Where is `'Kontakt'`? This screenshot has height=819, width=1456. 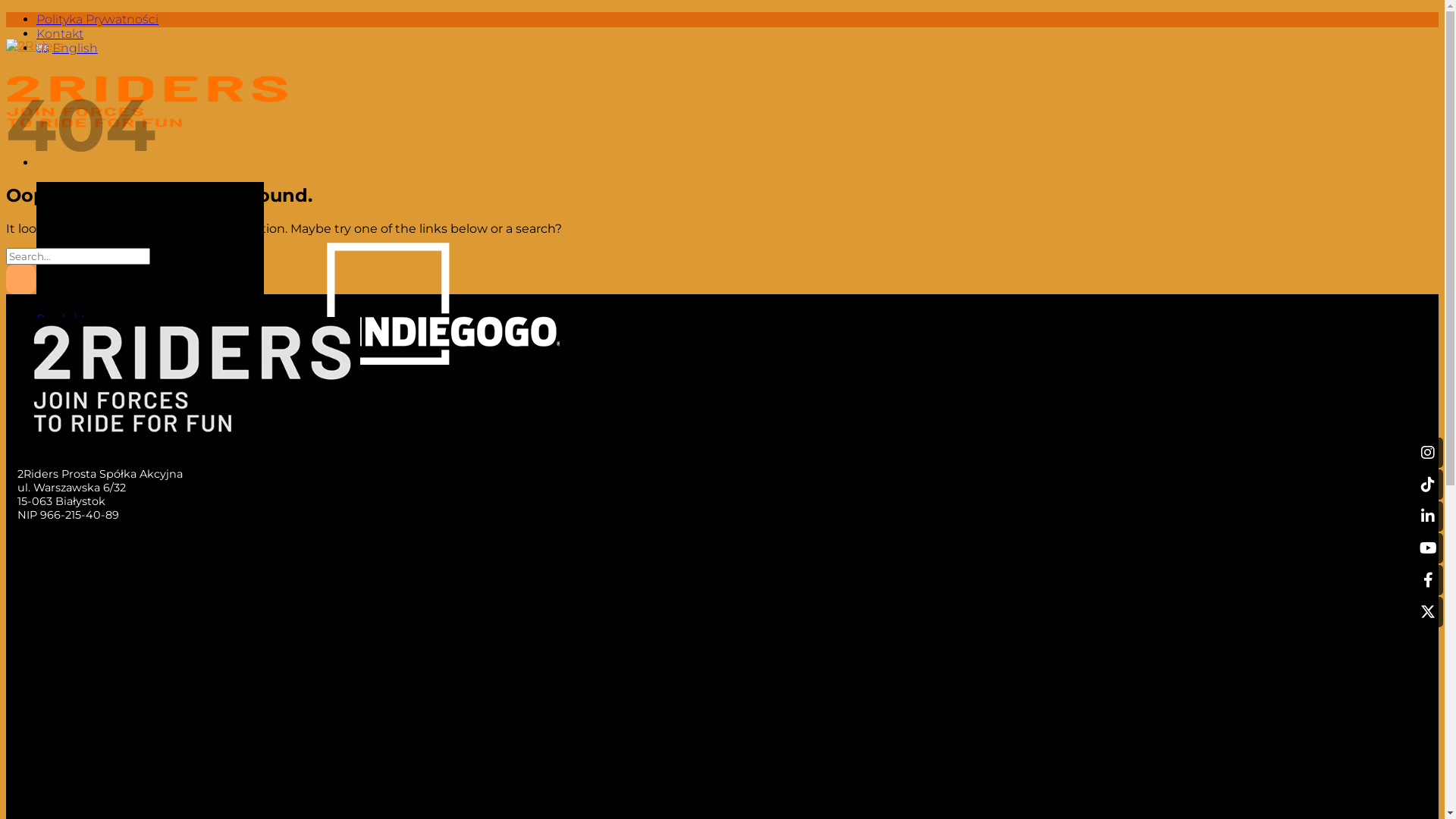
'Kontakt' is located at coordinates (61, 362).